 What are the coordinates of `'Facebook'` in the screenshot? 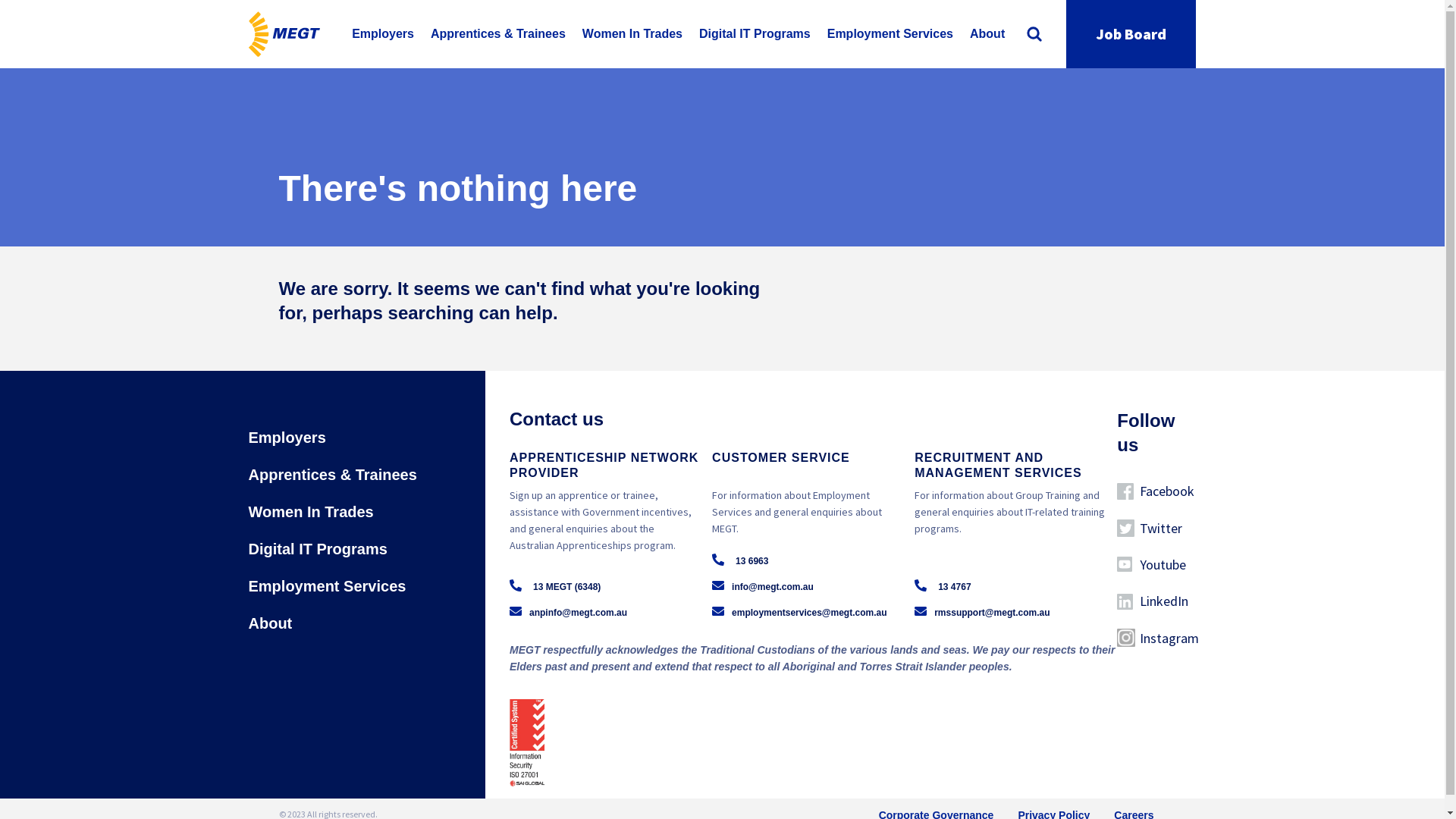 It's located at (1156, 491).